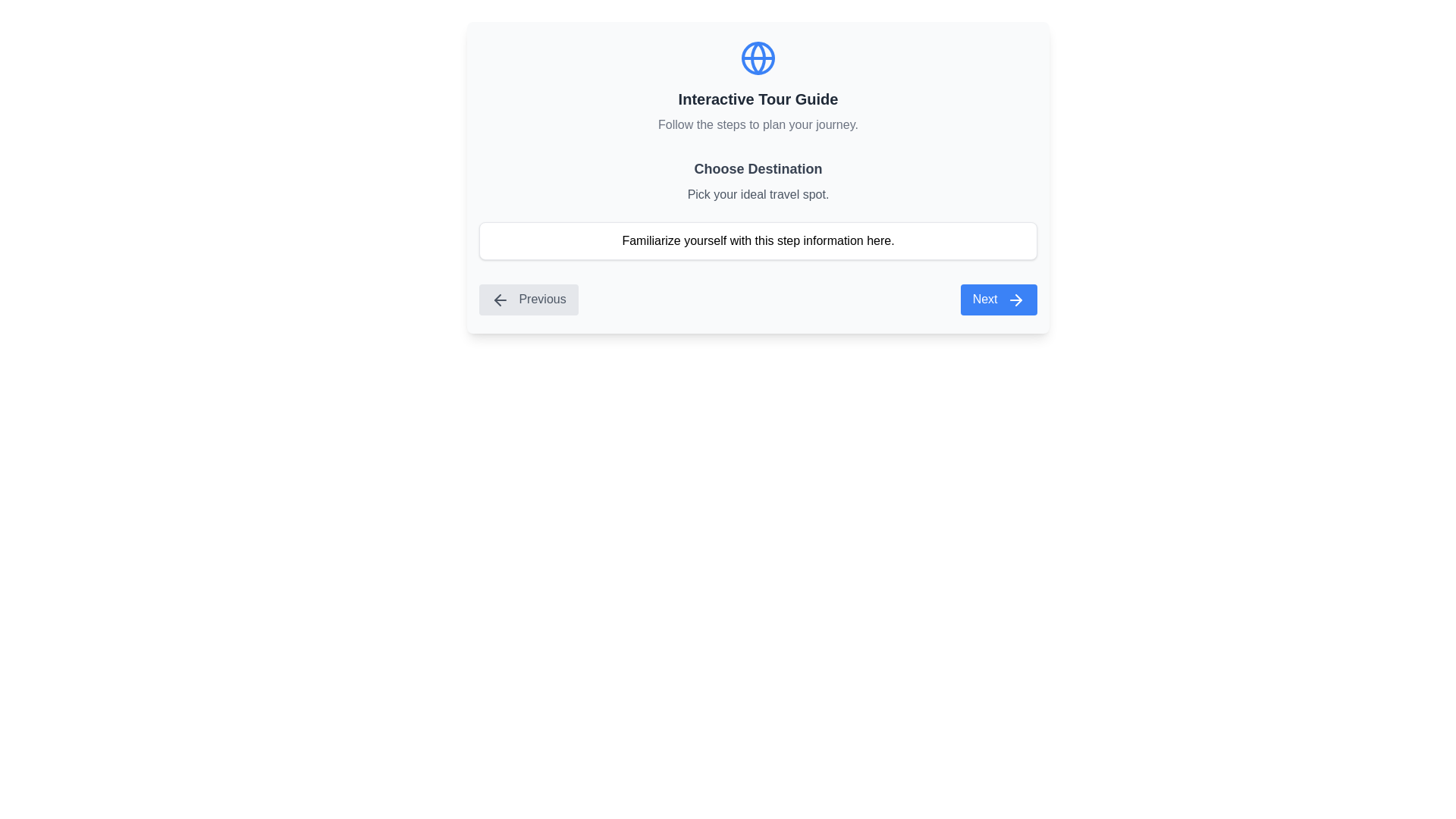 The height and width of the screenshot is (819, 1456). What do you see at coordinates (758, 58) in the screenshot?
I see `the blue circular vector graphic that is centrally positioned within the globe icon at the top-center of the interface` at bounding box center [758, 58].